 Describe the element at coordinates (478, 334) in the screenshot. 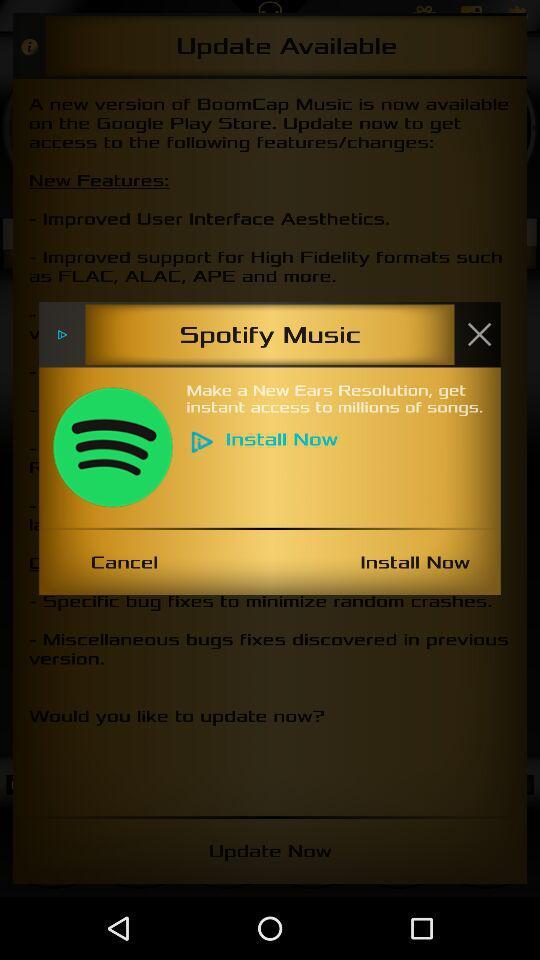

I see `the item to the right of spotify music` at that location.